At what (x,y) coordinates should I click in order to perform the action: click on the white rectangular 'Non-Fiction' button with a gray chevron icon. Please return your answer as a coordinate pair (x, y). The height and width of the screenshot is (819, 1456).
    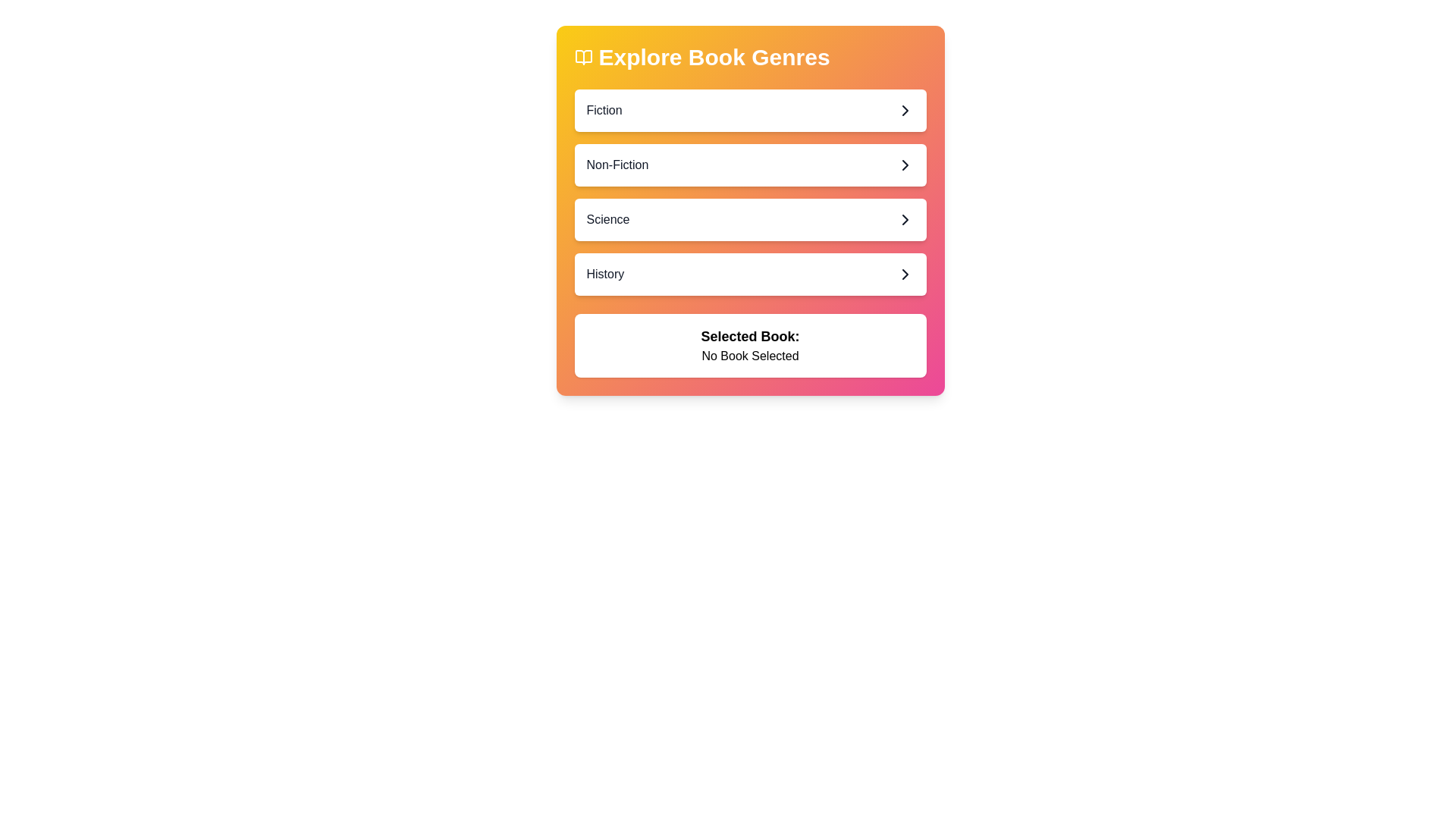
    Looking at the image, I should click on (750, 192).